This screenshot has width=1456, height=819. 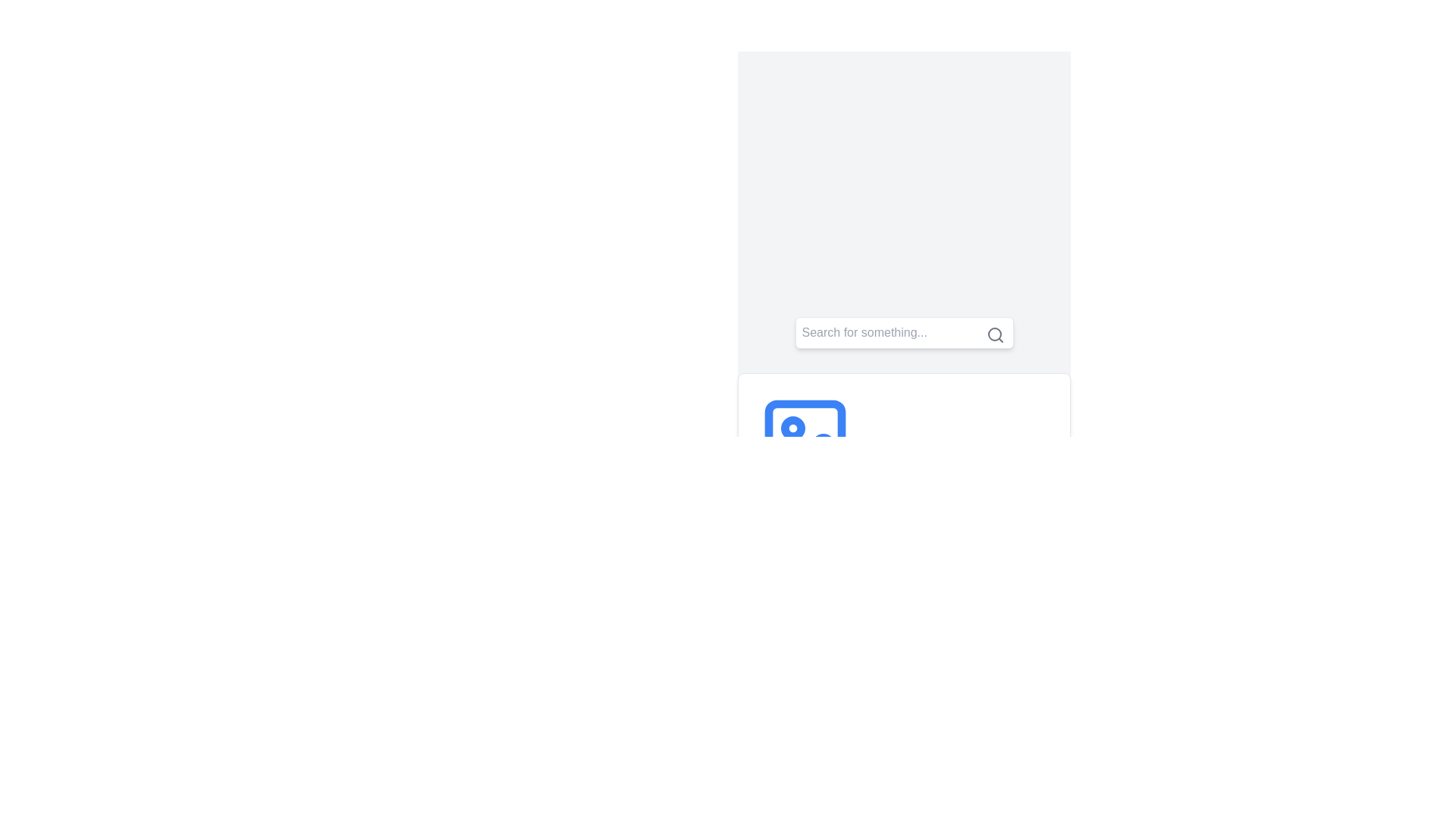 What do you see at coordinates (792, 428) in the screenshot?
I see `the small circle SVG element, which is a dot located slightly to the left of the center and closer to the top edge of the SVG image icon` at bounding box center [792, 428].